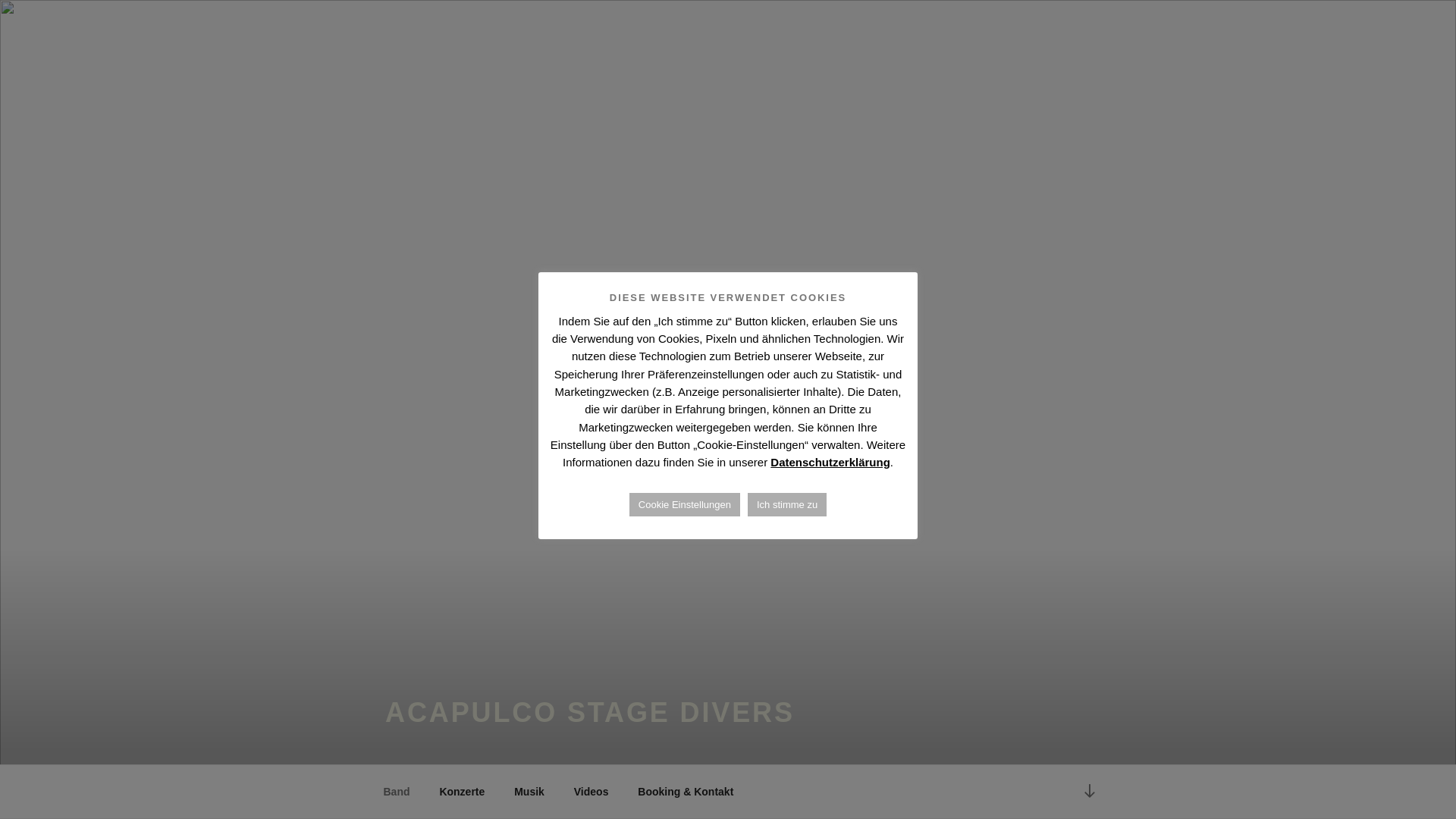  What do you see at coordinates (397, 791) in the screenshot?
I see `'Band'` at bounding box center [397, 791].